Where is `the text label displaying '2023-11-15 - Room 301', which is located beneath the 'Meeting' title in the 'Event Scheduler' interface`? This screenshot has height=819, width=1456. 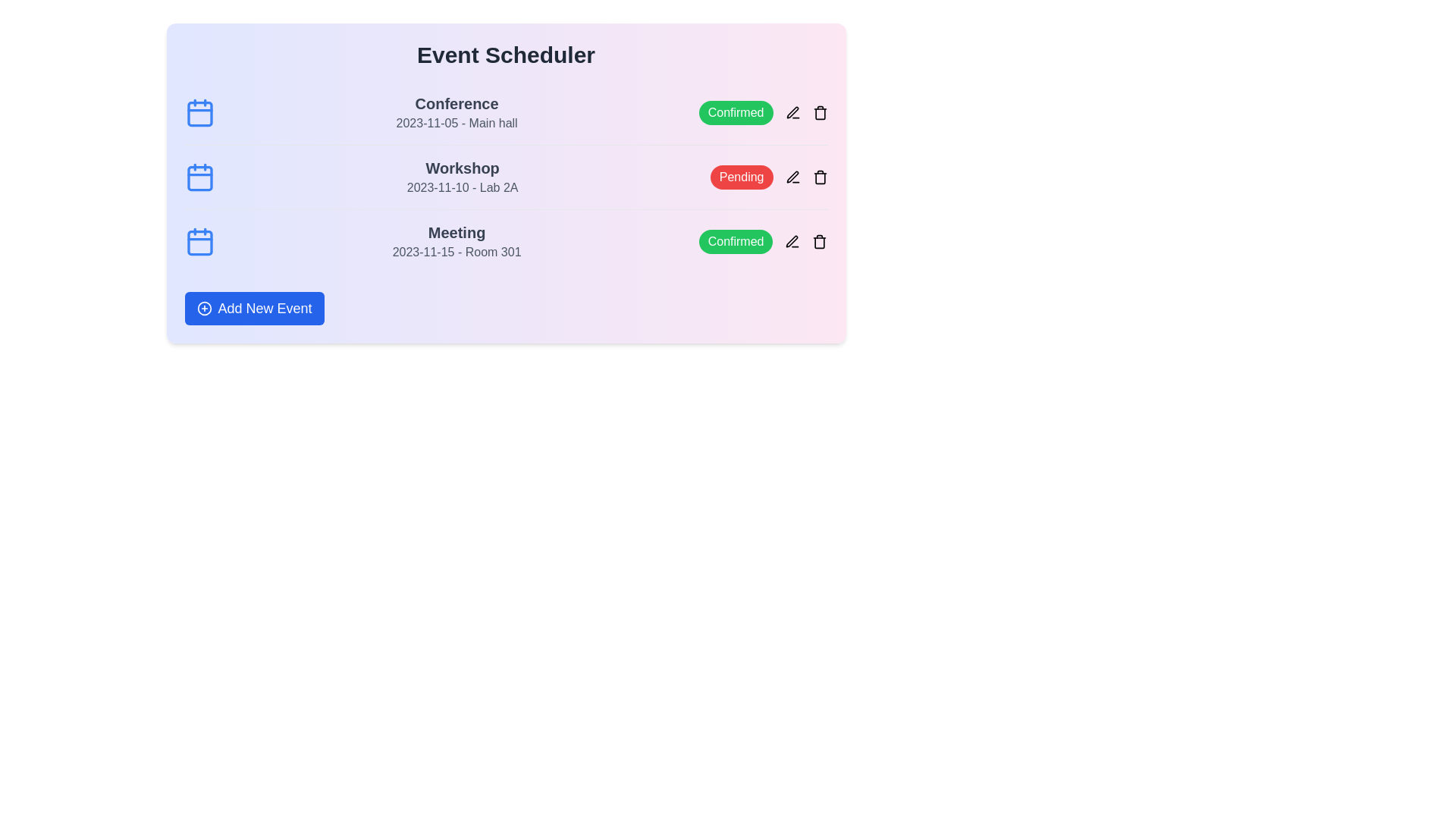 the text label displaying '2023-11-15 - Room 301', which is located beneath the 'Meeting' title in the 'Event Scheduler' interface is located at coordinates (456, 251).